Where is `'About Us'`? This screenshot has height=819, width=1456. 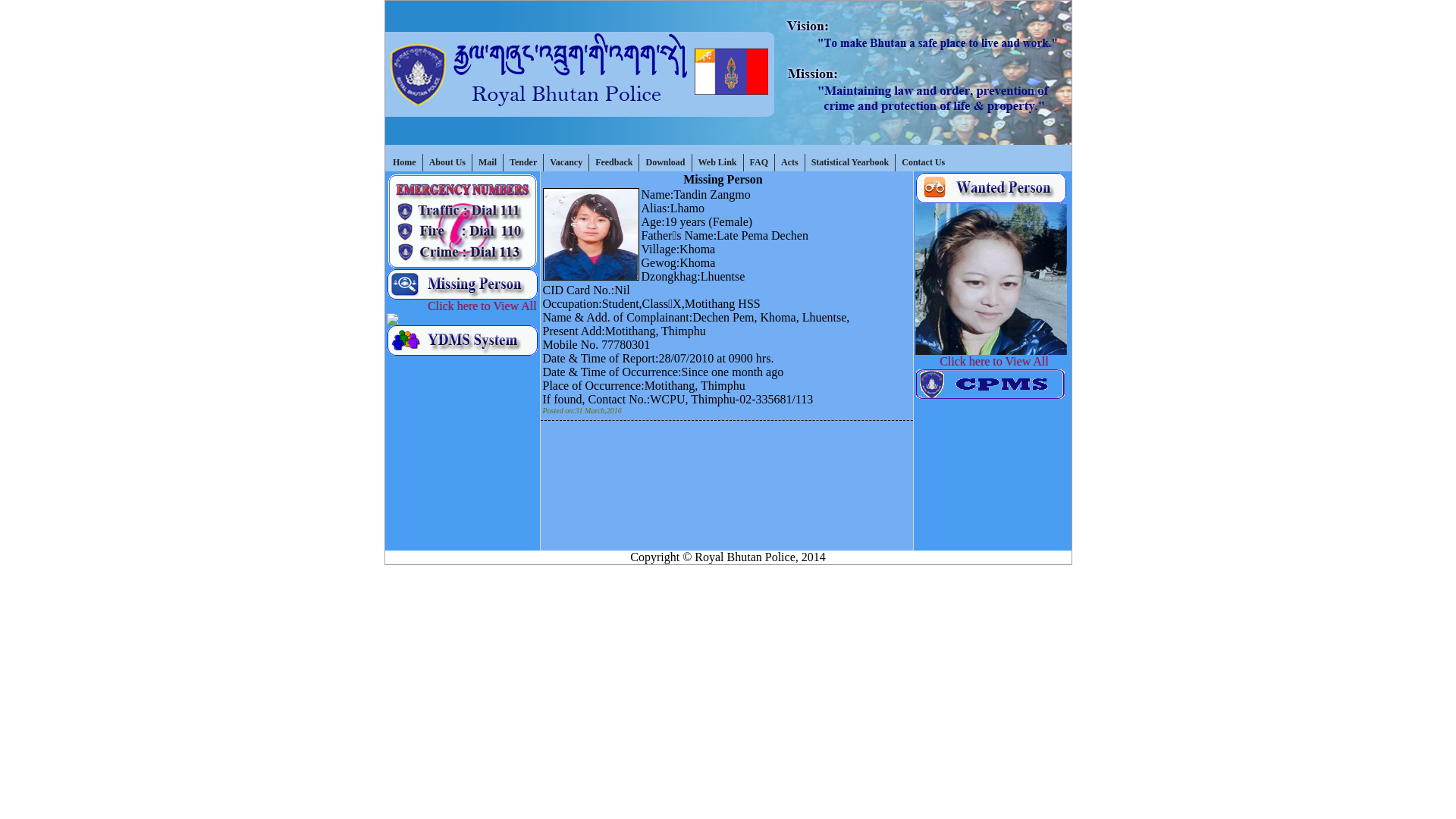 'About Us' is located at coordinates (447, 162).